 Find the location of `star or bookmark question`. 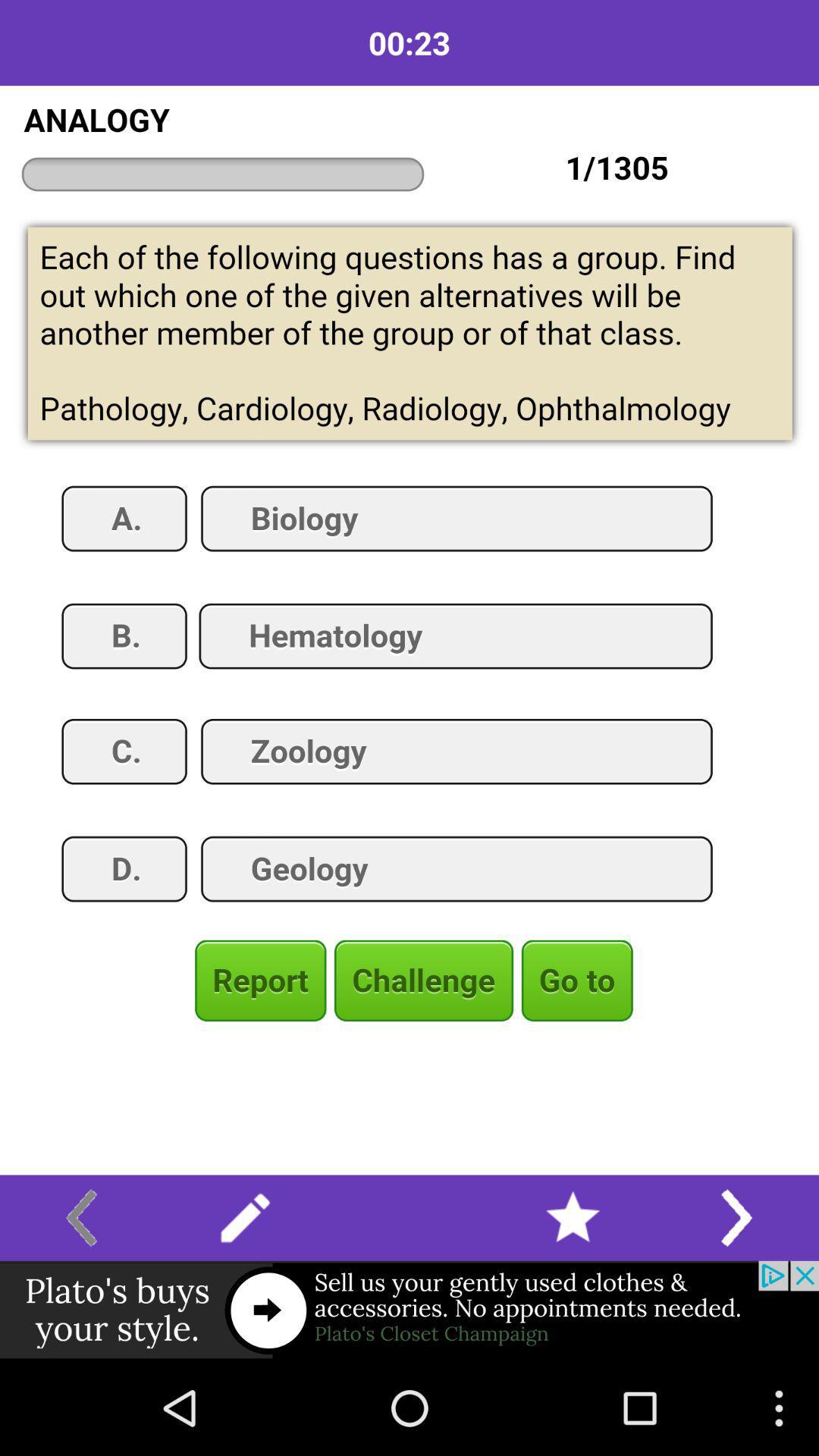

star or bookmark question is located at coordinates (573, 1218).